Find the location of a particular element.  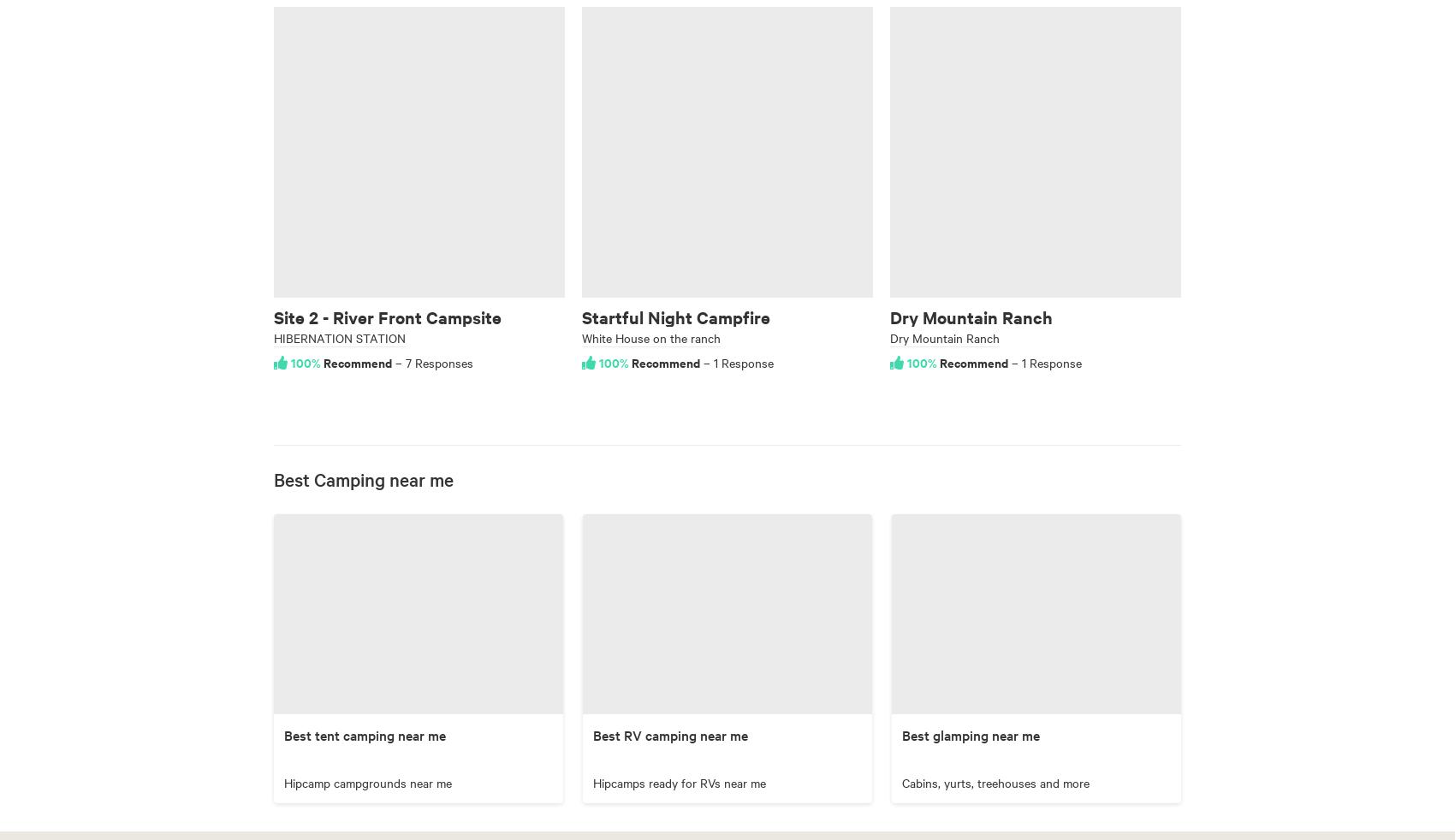

'Cabins, yurts, treehouses and more' is located at coordinates (901, 782).